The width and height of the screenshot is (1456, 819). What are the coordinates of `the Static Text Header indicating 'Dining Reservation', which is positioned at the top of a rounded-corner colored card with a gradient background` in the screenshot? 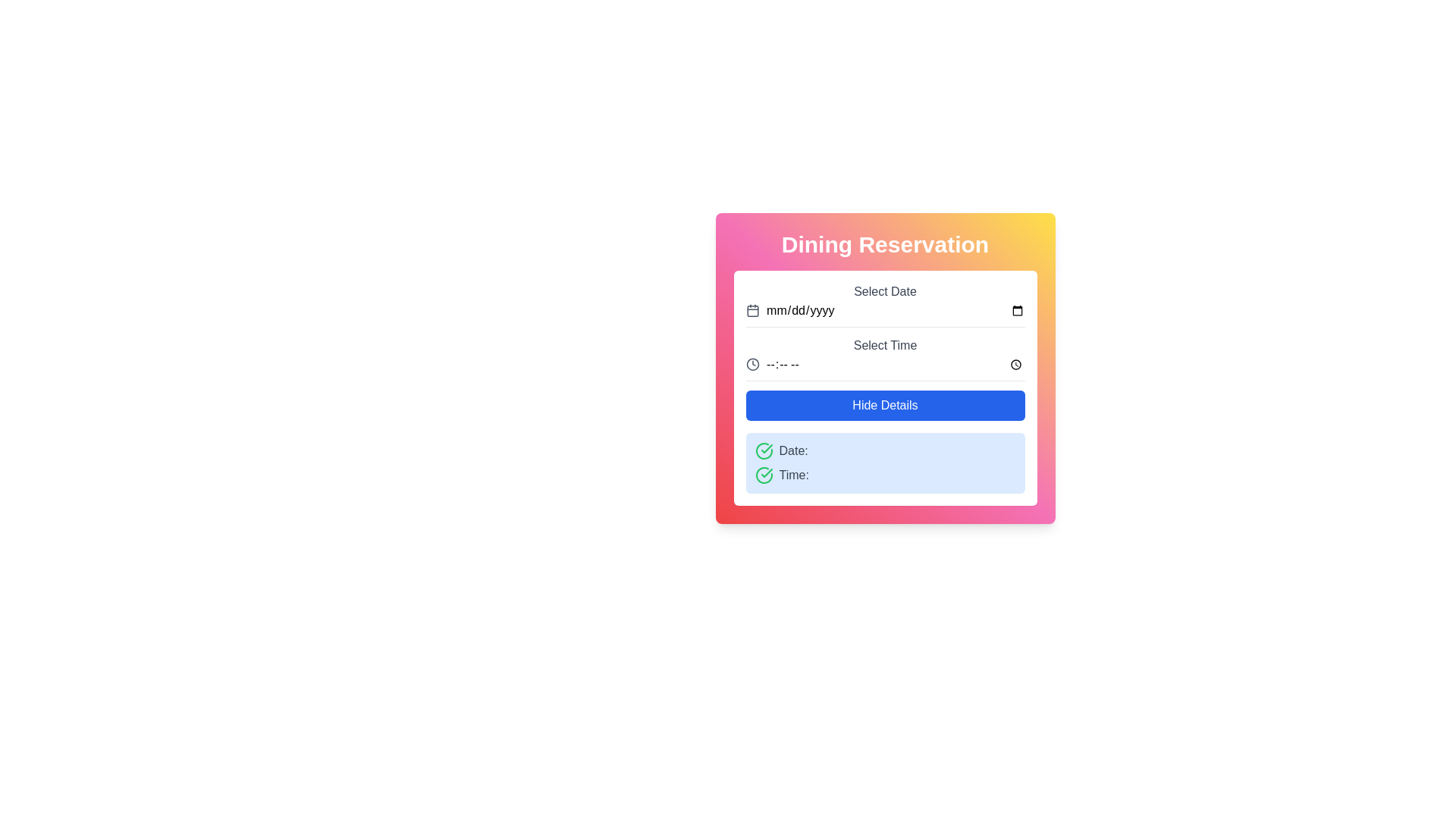 It's located at (885, 244).